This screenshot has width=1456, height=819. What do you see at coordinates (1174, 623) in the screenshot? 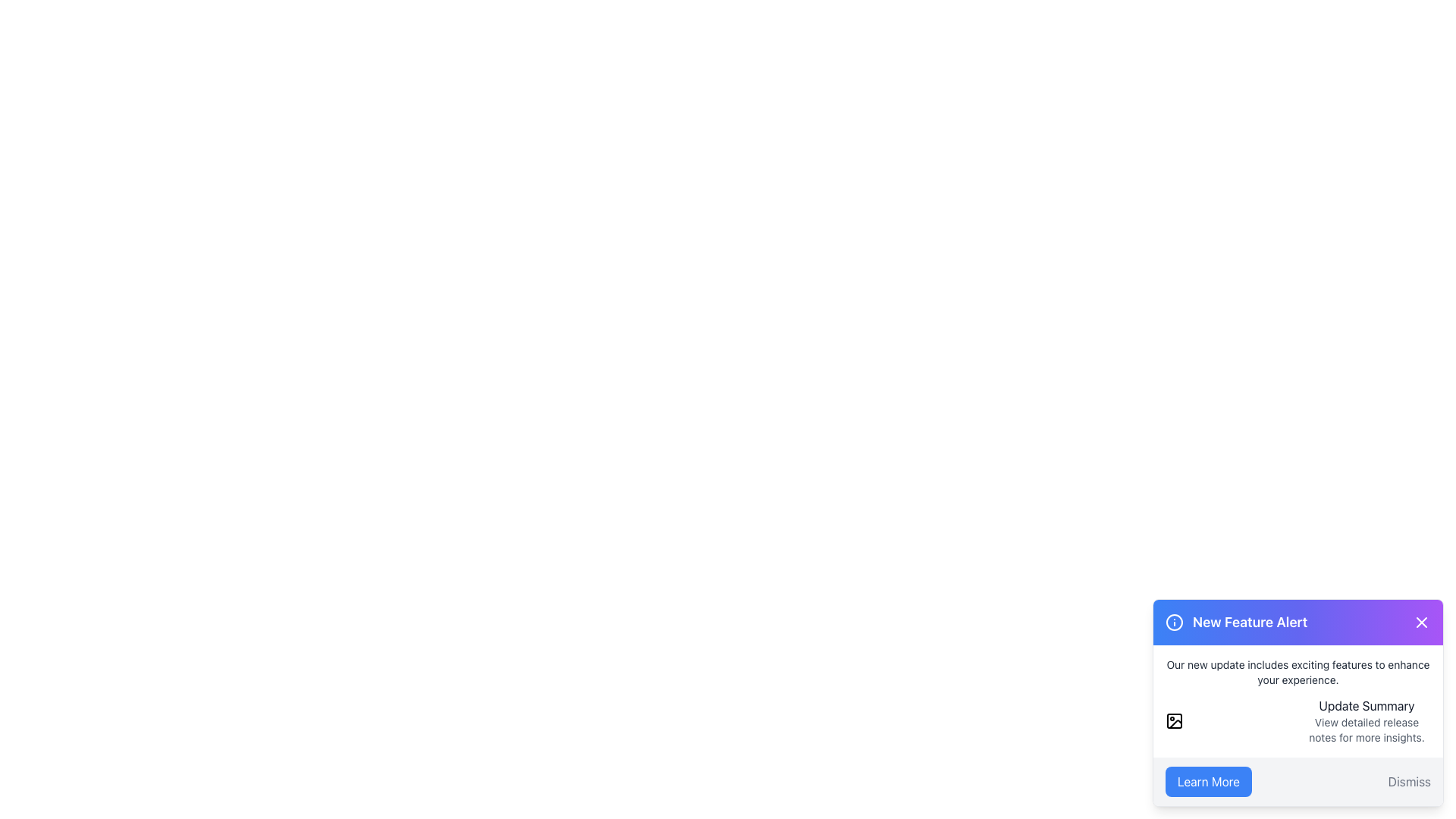
I see `the circular icon with a bordered outline and gradient background, located to the left of the 'New Feature Alert' text` at bounding box center [1174, 623].